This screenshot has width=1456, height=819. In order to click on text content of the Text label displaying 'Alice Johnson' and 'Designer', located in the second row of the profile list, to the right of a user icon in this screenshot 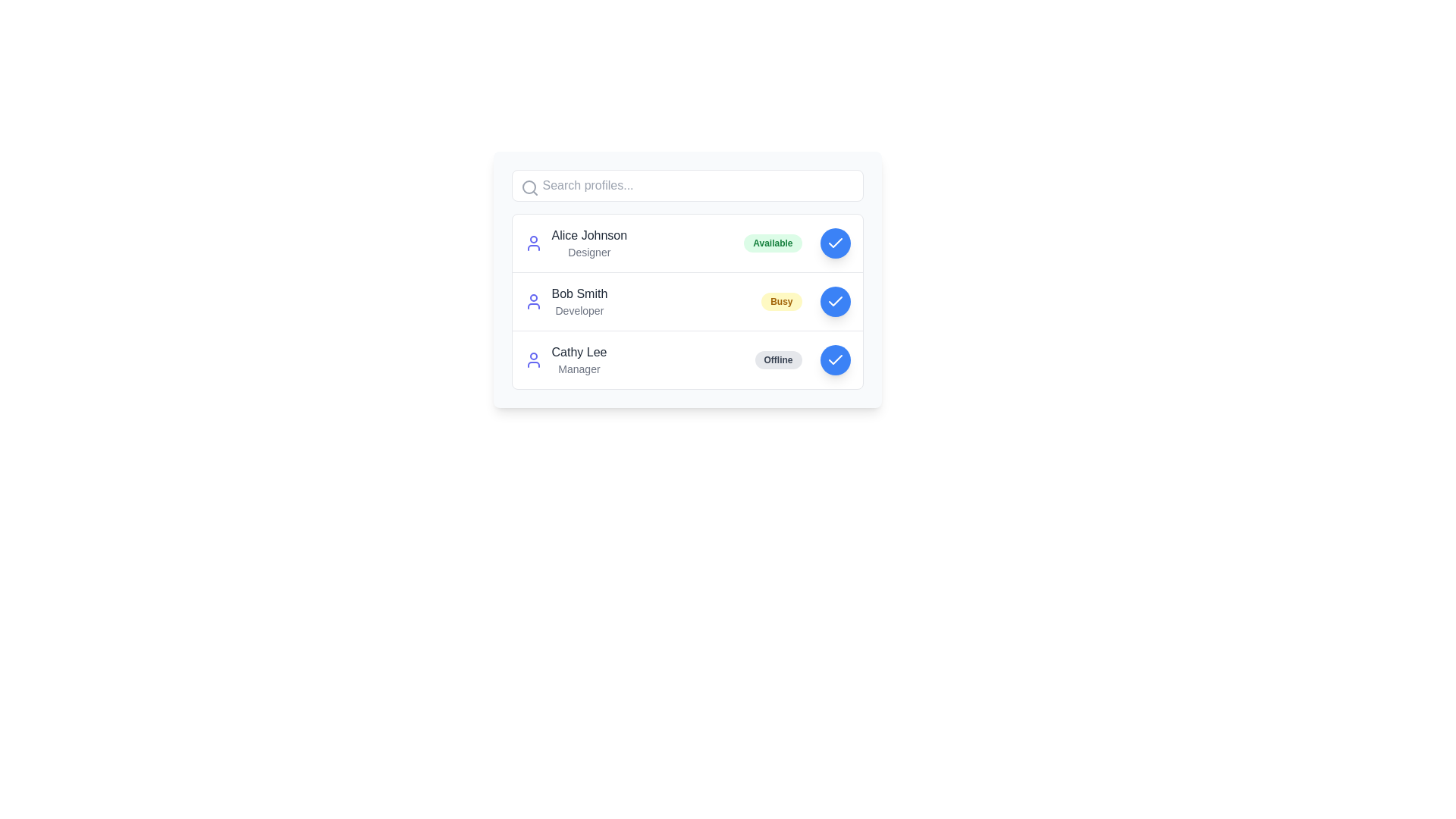, I will do `click(588, 242)`.